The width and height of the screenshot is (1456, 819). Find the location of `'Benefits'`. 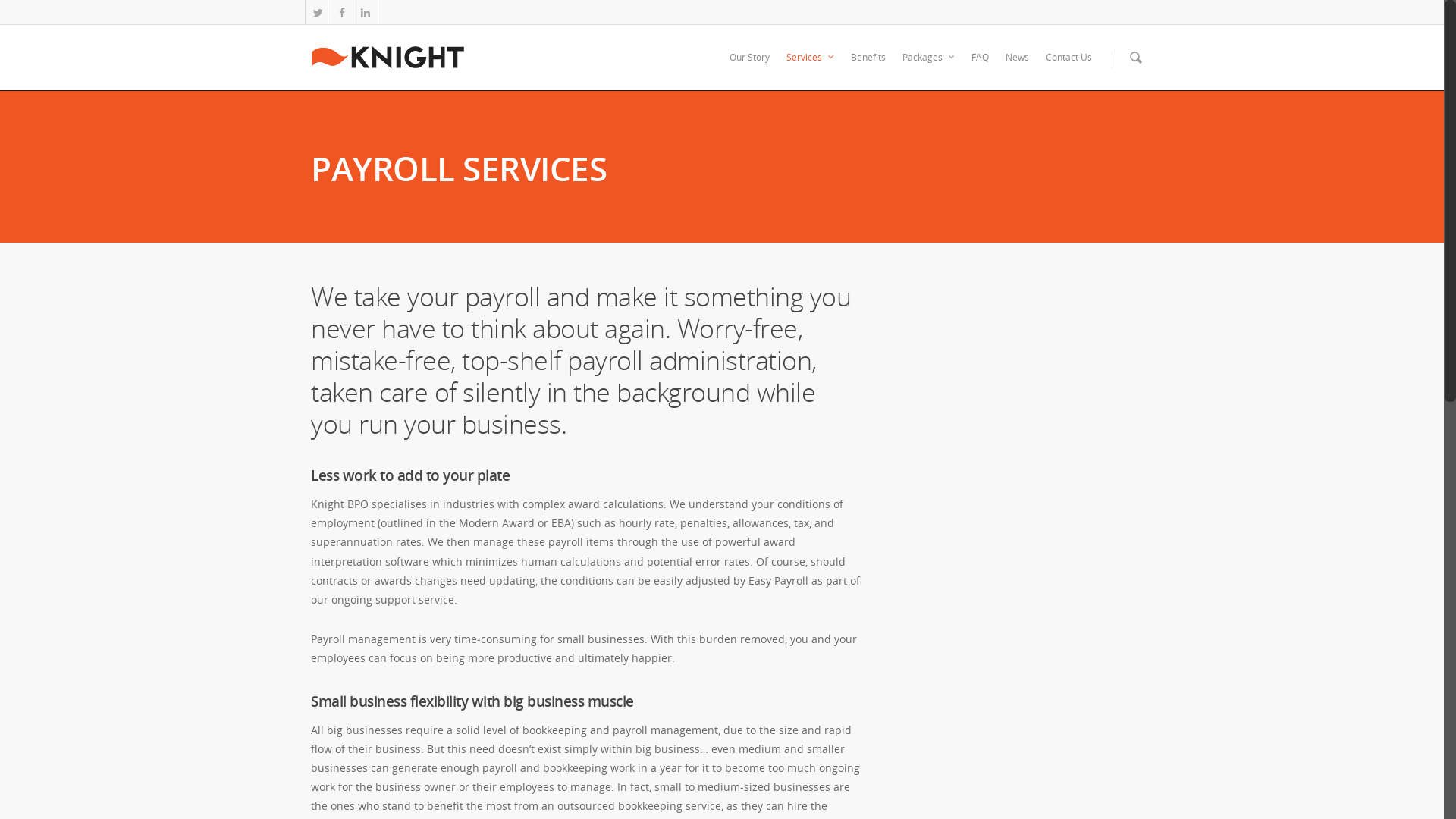

'Benefits' is located at coordinates (868, 67).